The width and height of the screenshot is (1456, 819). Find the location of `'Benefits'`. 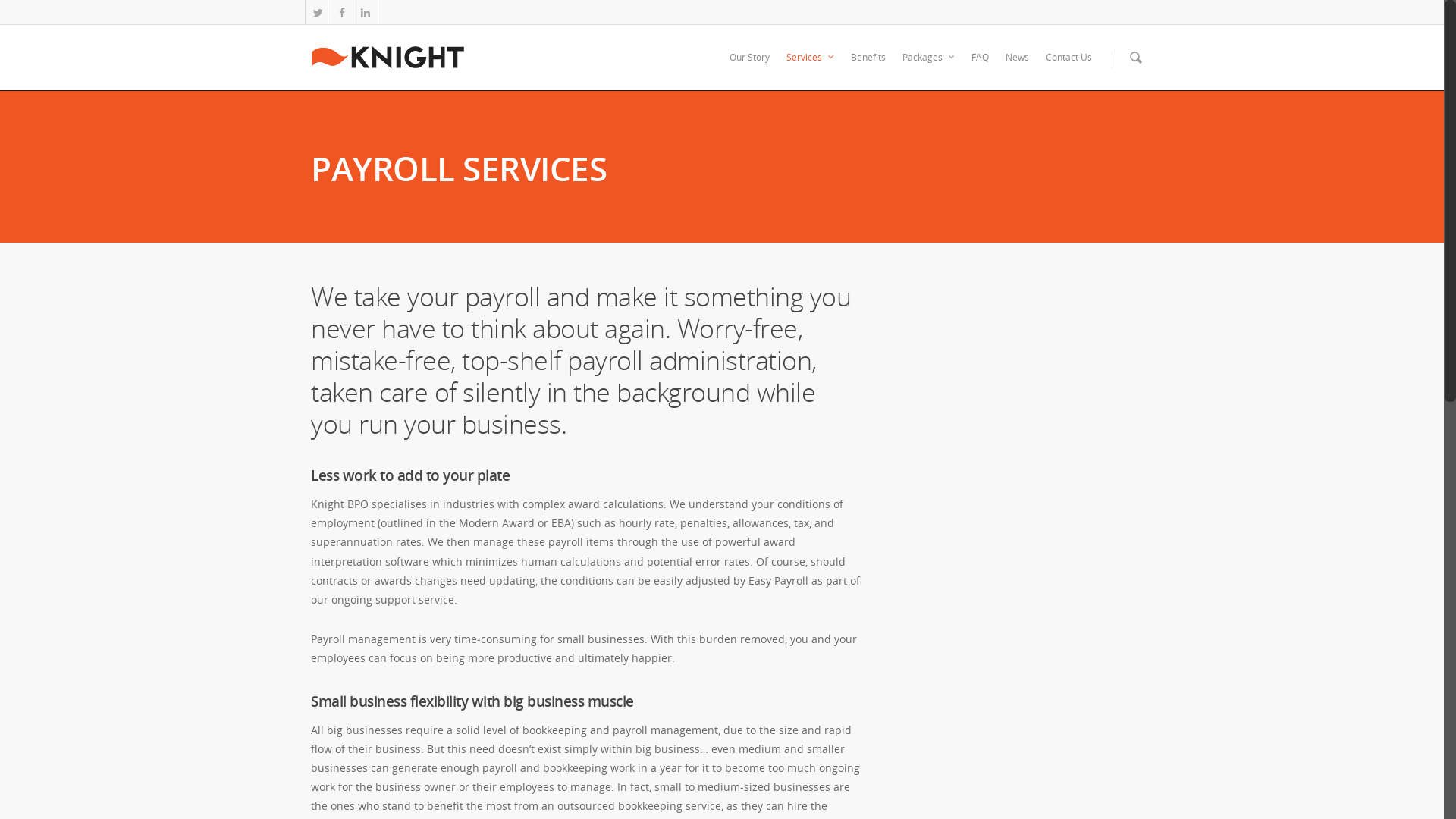

'Benefits' is located at coordinates (868, 67).